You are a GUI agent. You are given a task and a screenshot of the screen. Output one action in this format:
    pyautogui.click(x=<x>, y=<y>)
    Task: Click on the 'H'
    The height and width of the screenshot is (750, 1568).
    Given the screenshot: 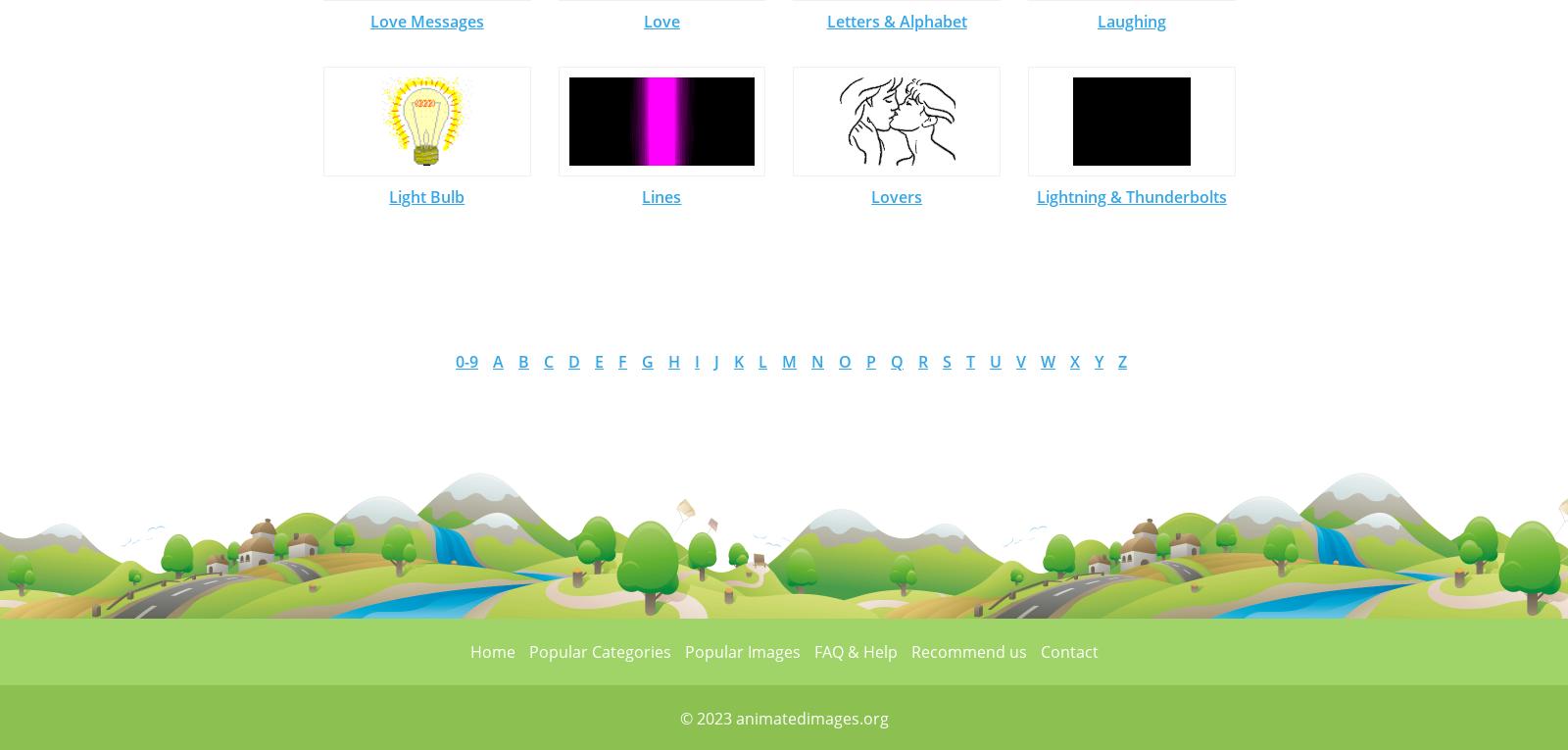 What is the action you would take?
    pyautogui.click(x=674, y=361)
    